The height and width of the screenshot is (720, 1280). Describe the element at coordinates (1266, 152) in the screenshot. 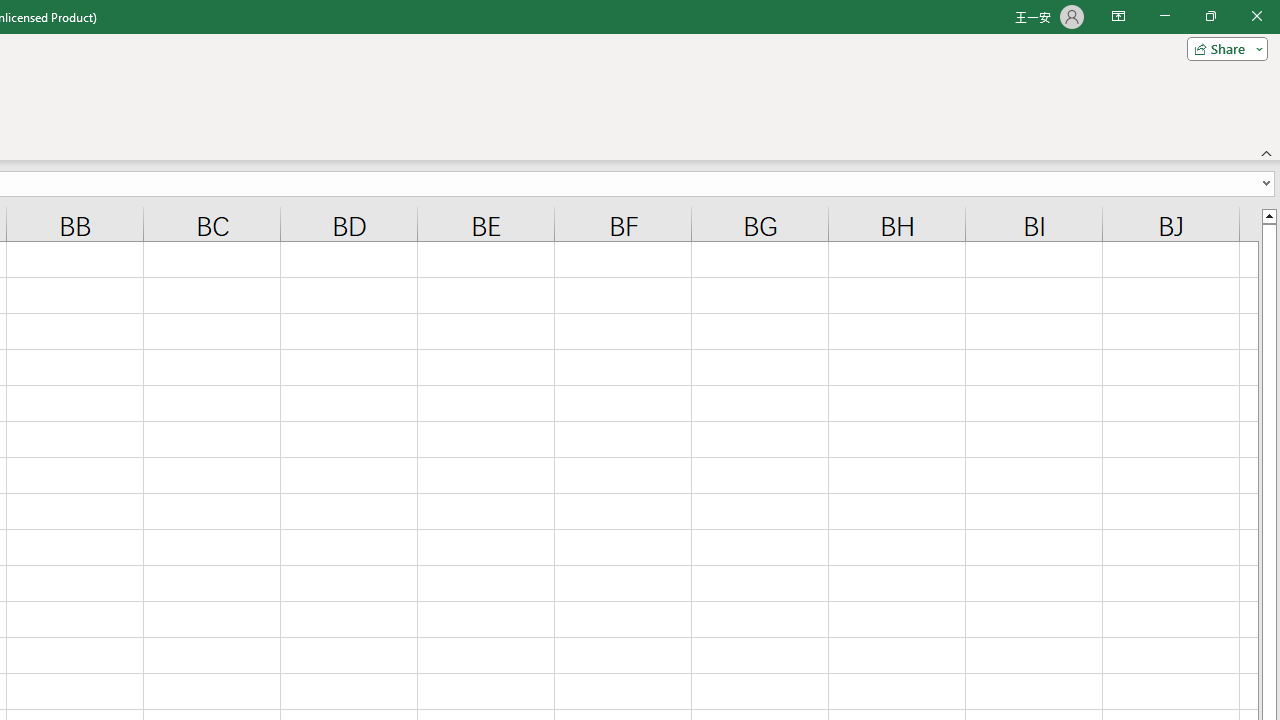

I see `'Collapse the Ribbon'` at that location.